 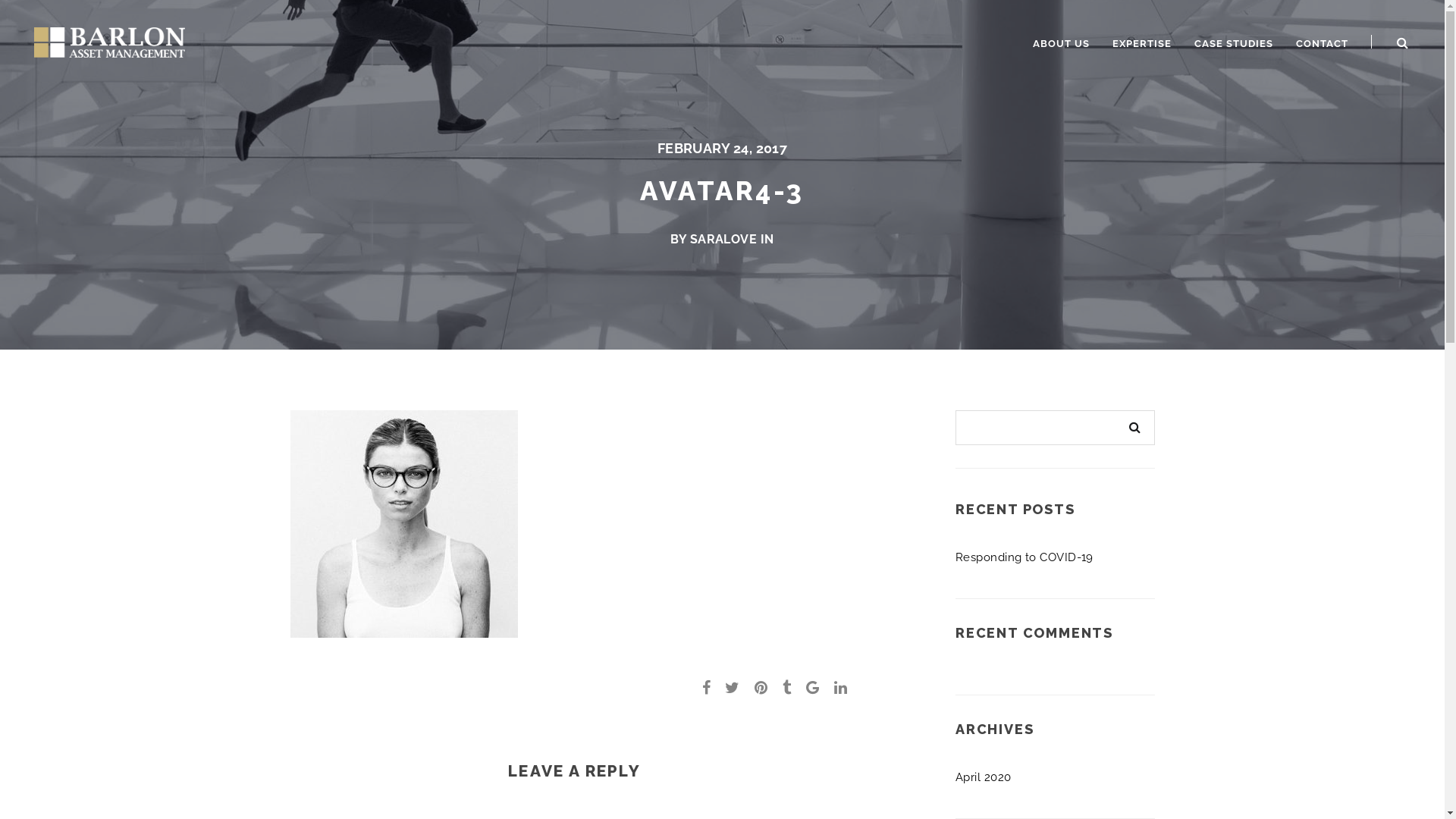 What do you see at coordinates (983, 777) in the screenshot?
I see `'April 2020'` at bounding box center [983, 777].